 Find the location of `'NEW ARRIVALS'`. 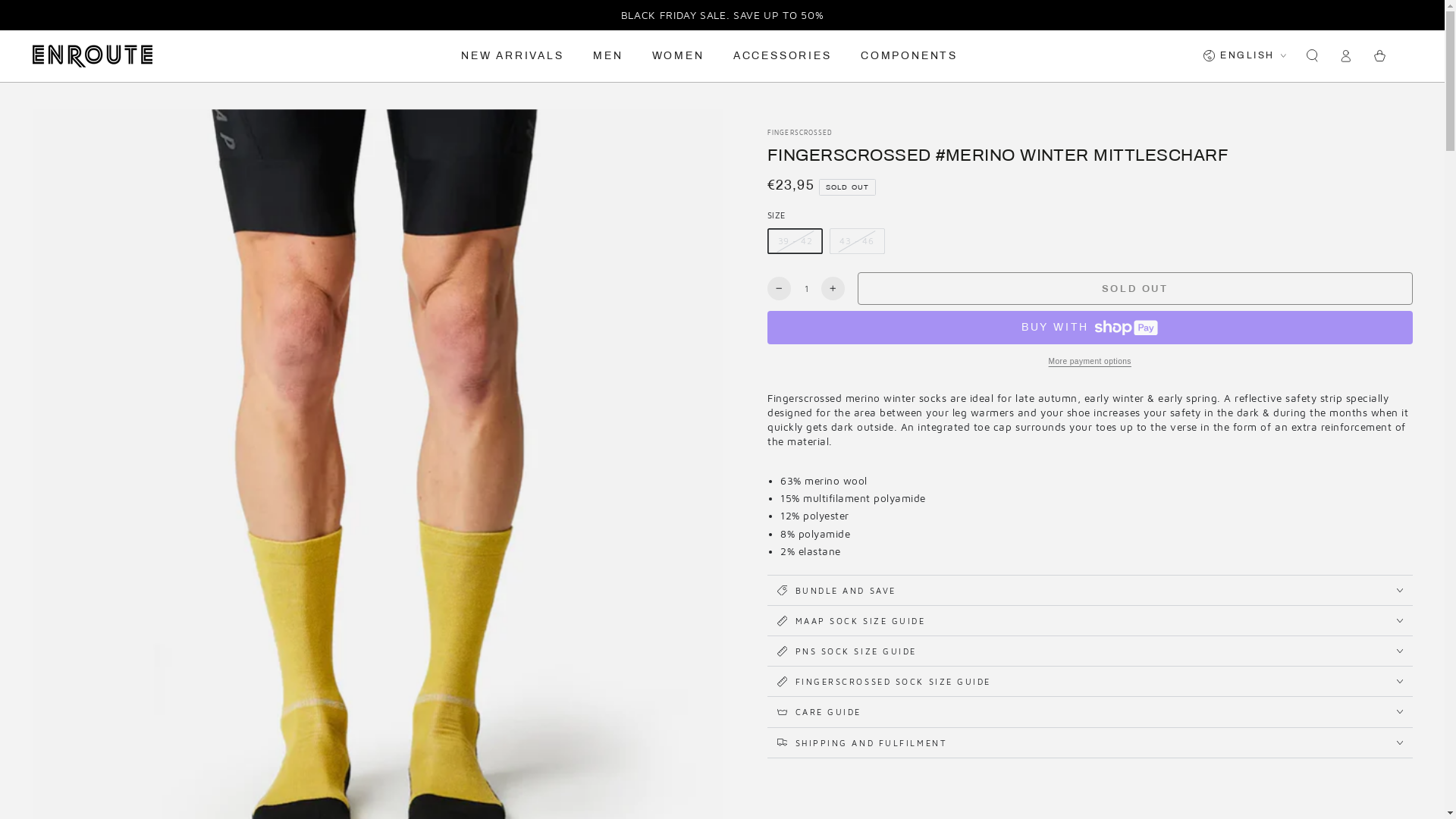

'NEW ARRIVALS' is located at coordinates (450, 55).